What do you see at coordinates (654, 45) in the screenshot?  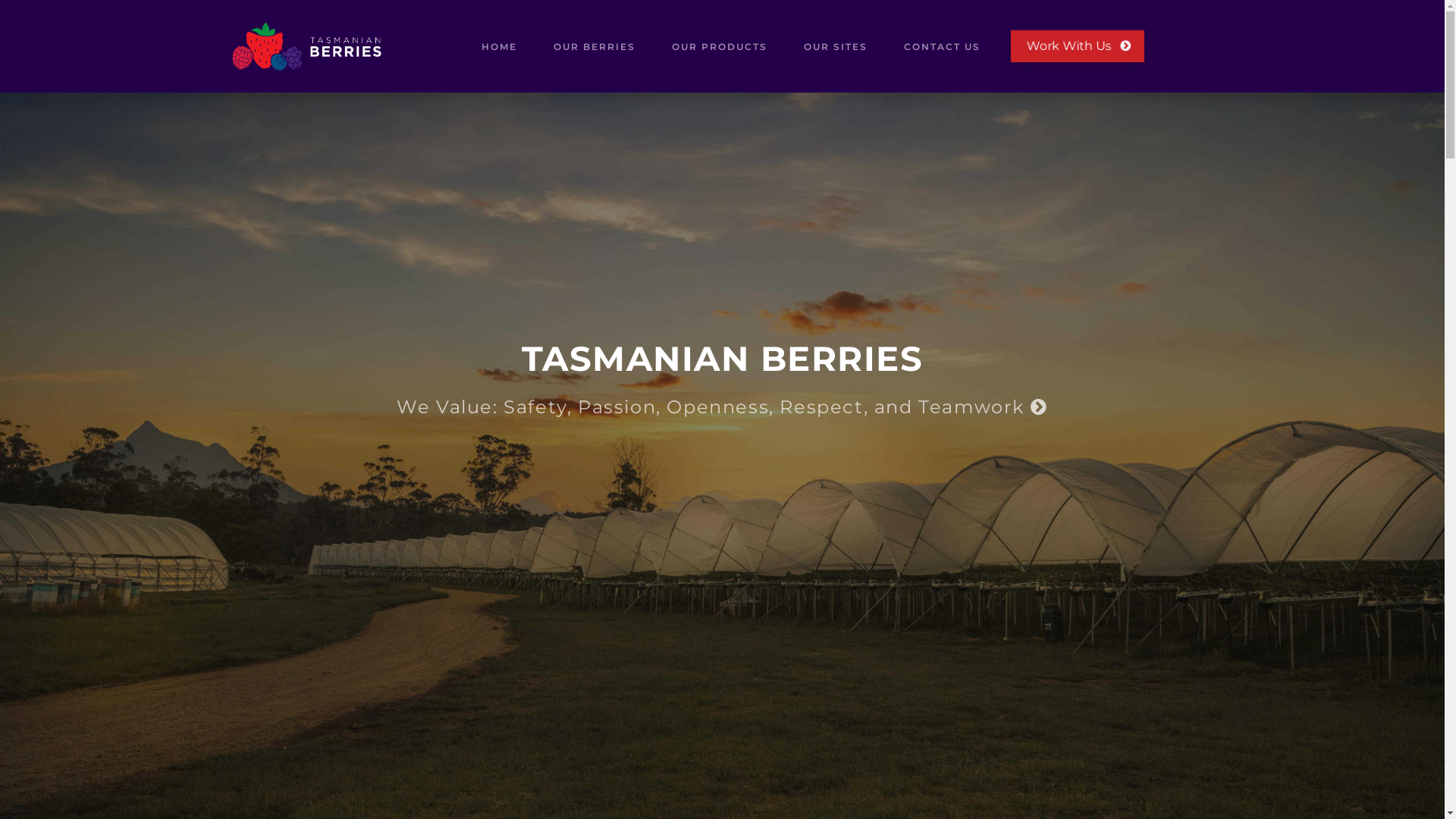 I see `'OUR PRODUCTS'` at bounding box center [654, 45].